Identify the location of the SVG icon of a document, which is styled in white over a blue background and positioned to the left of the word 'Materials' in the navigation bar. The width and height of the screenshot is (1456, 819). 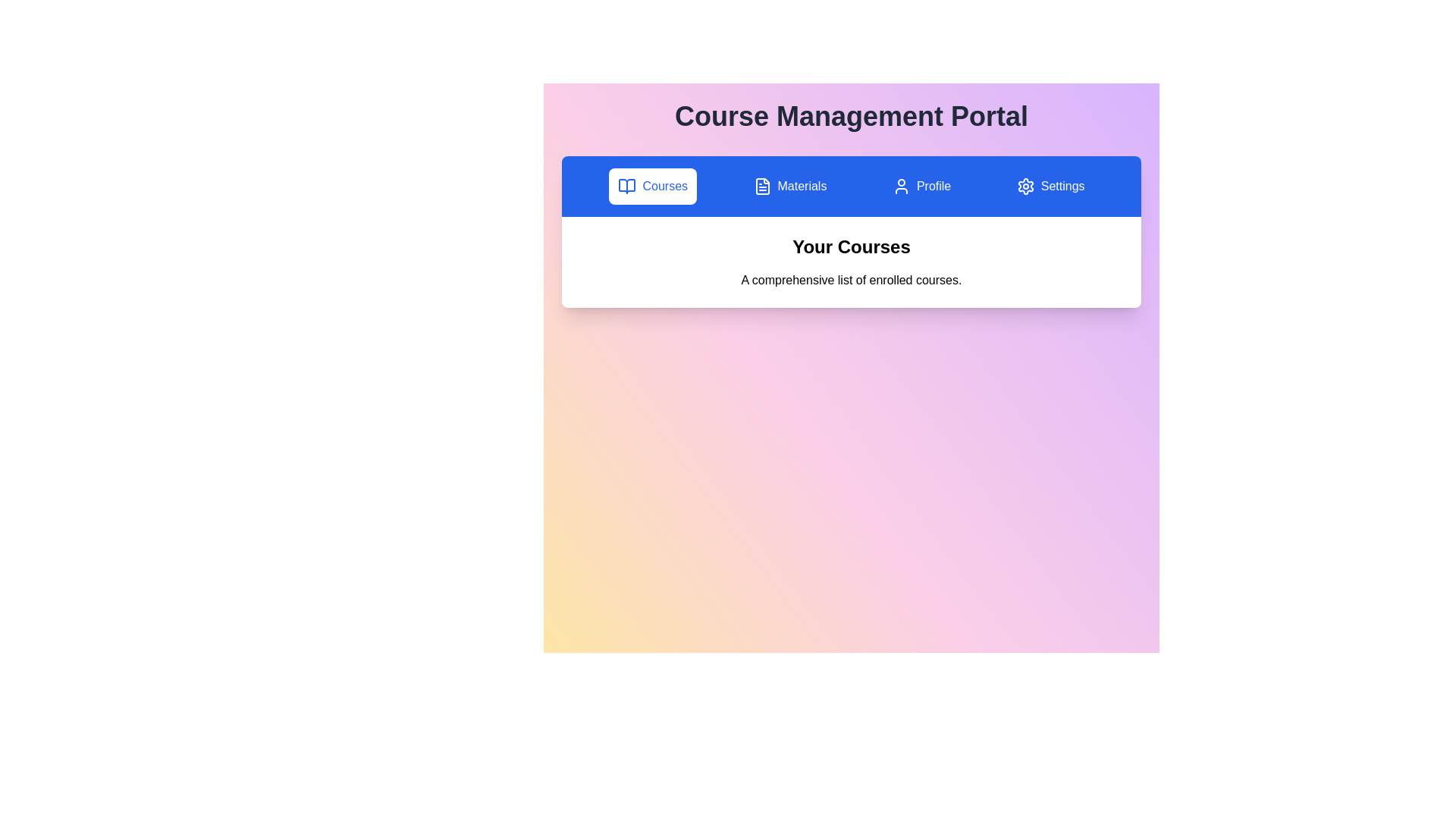
(762, 186).